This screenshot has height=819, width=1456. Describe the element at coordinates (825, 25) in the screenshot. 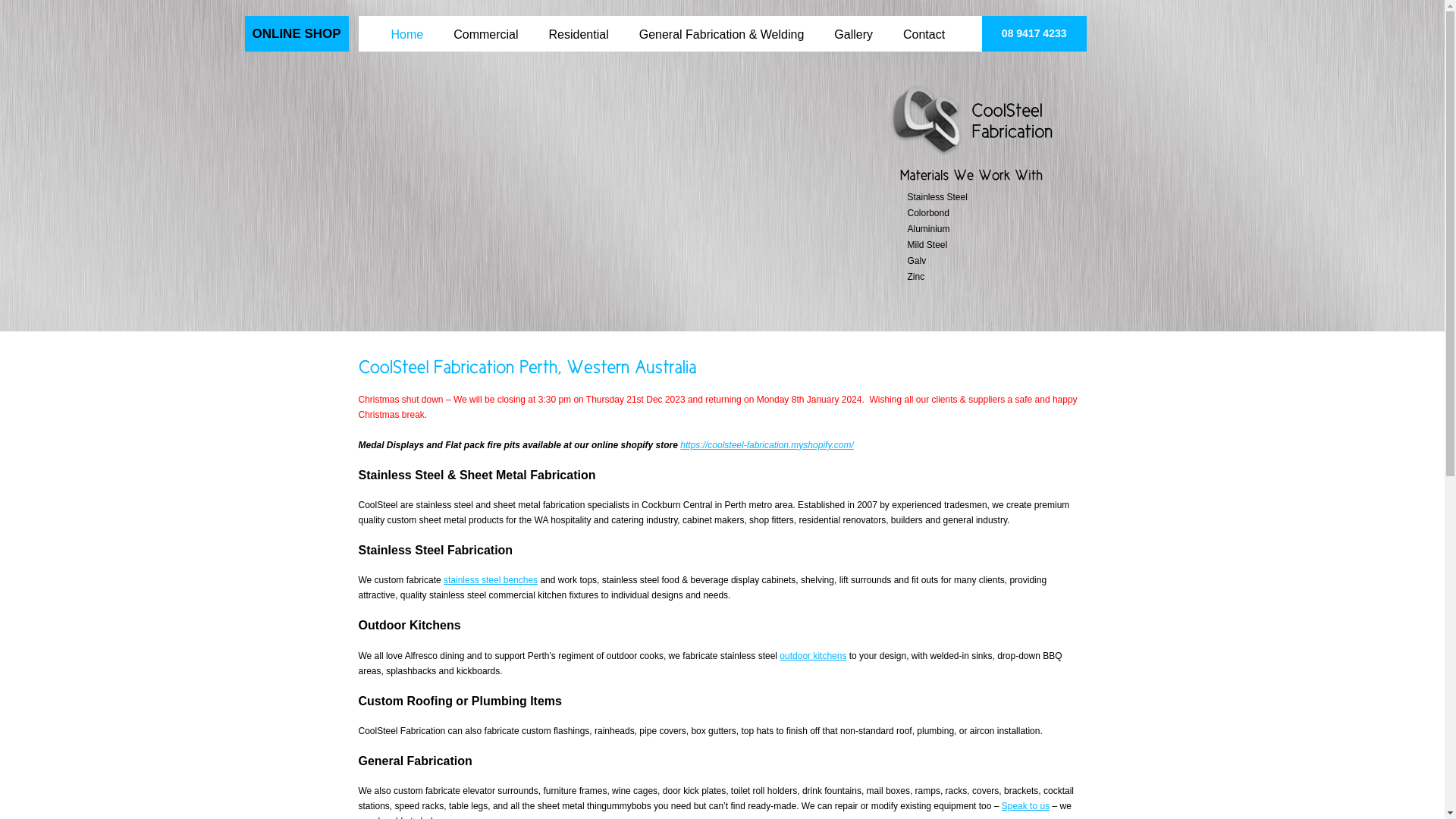

I see `'Gallery'` at that location.